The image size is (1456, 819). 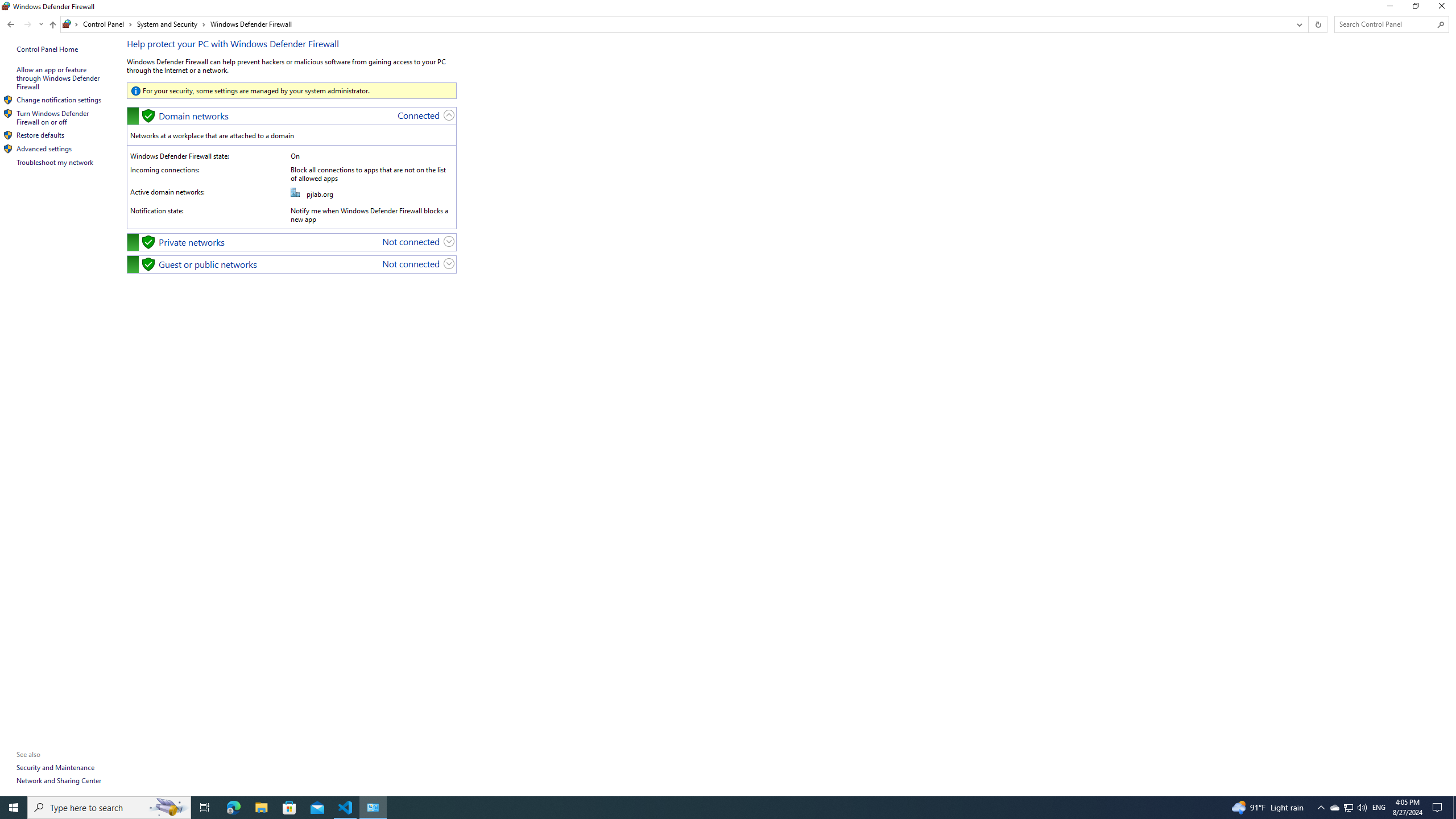 I want to click on 'Search highlights icon opens search home window', so click(x=167, y=806).